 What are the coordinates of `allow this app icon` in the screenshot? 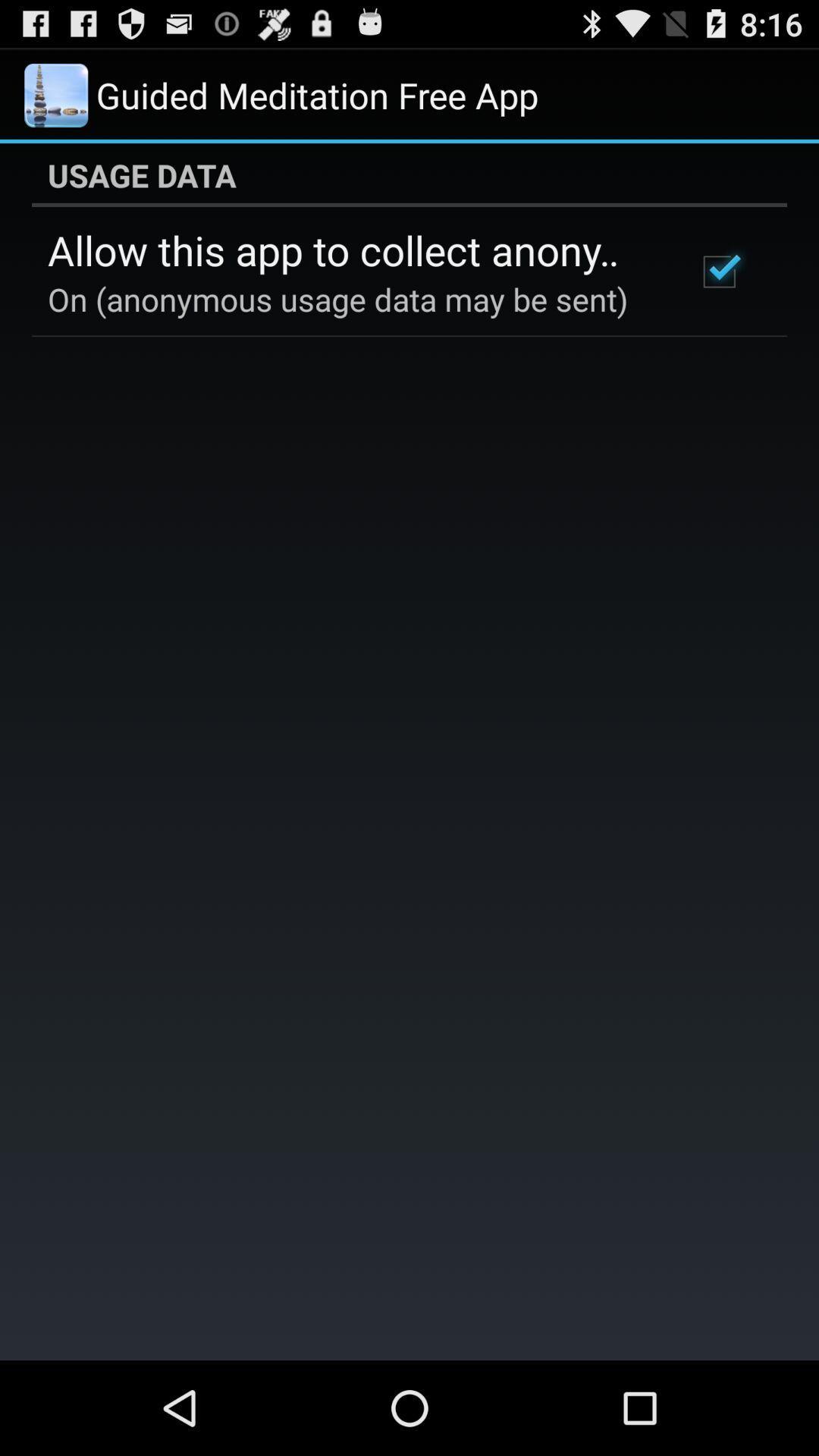 It's located at (351, 249).